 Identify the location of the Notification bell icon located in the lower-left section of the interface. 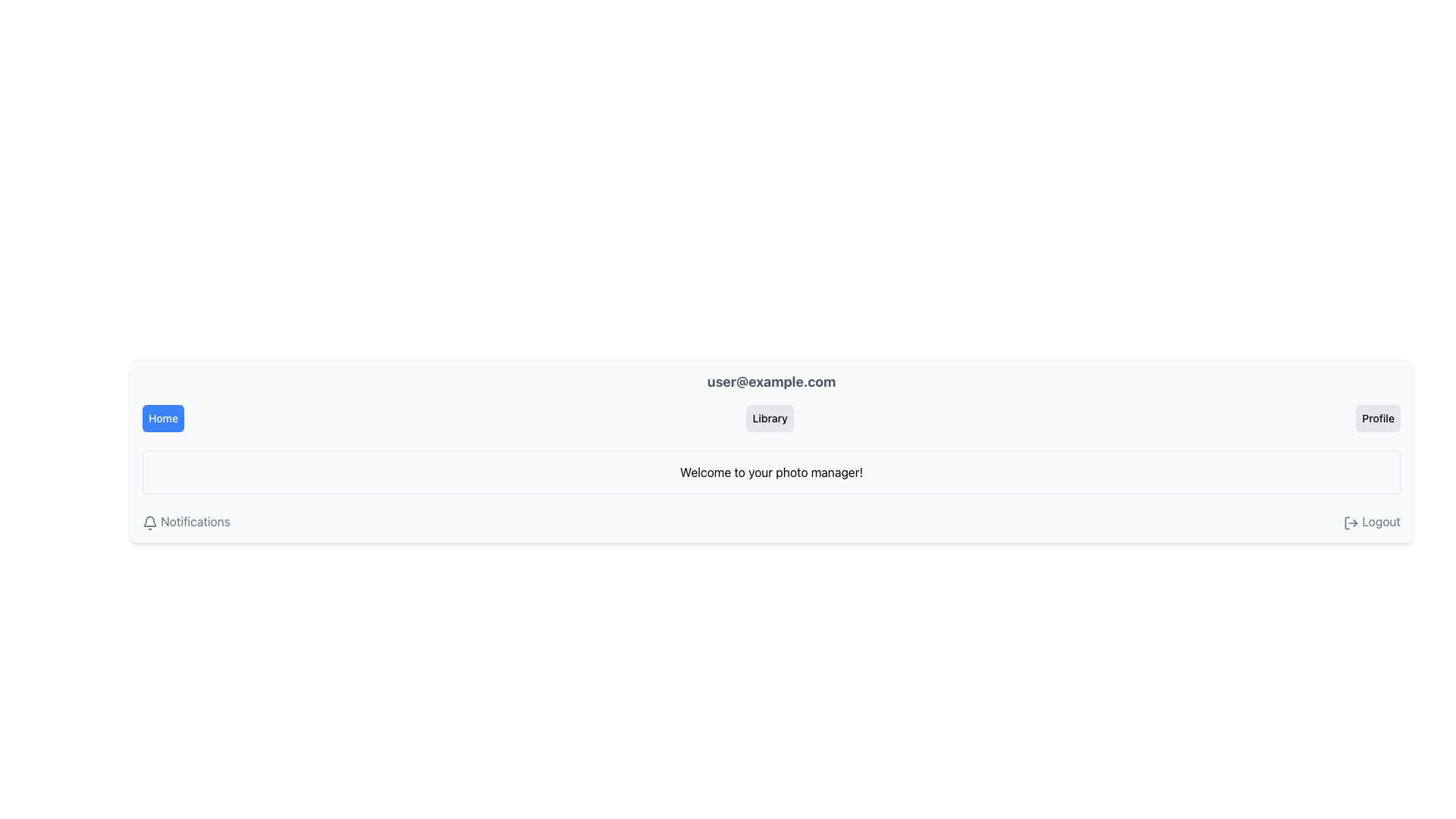
(149, 522).